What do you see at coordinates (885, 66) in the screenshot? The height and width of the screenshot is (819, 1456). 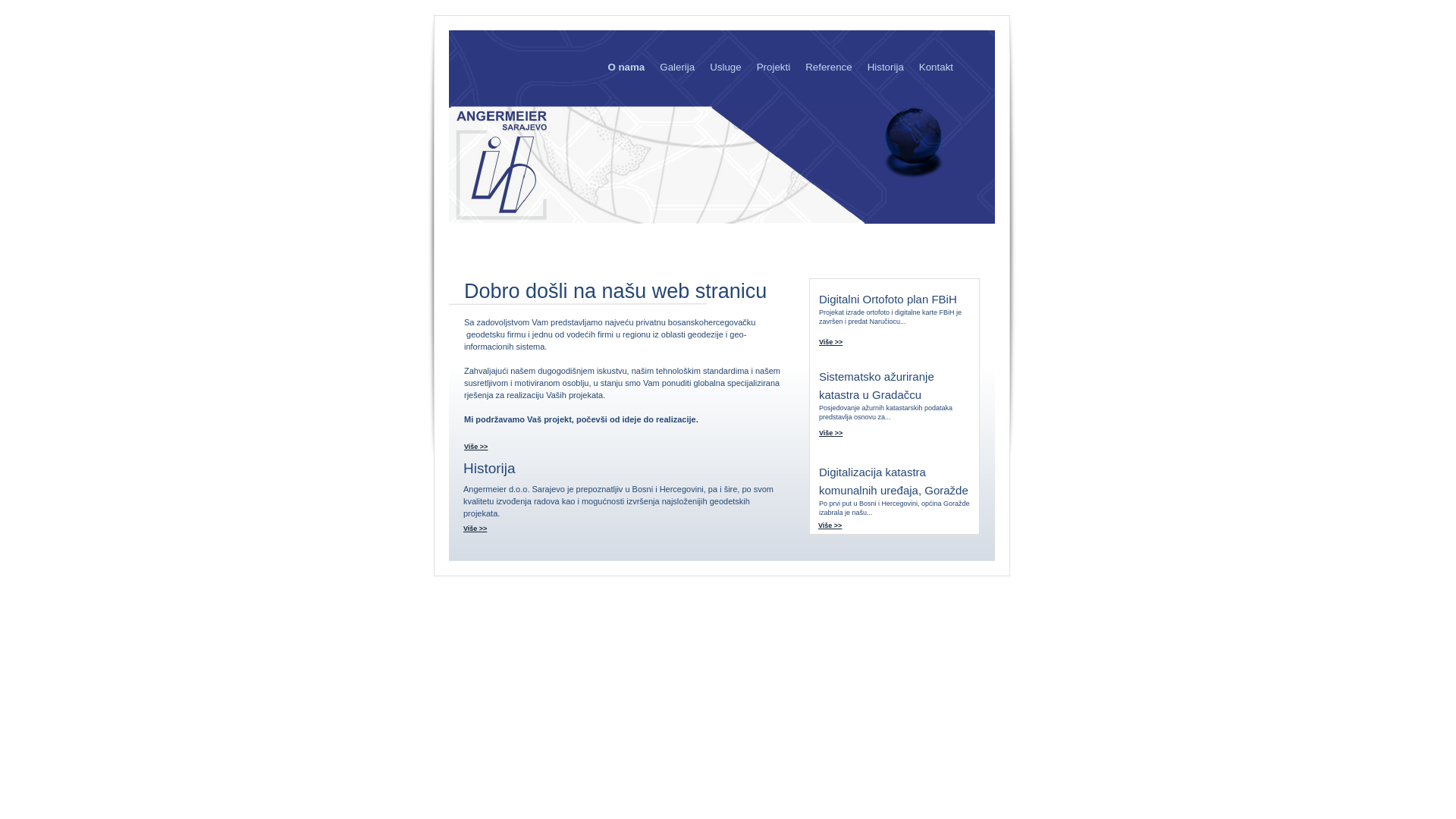 I see `'Historija'` at bounding box center [885, 66].